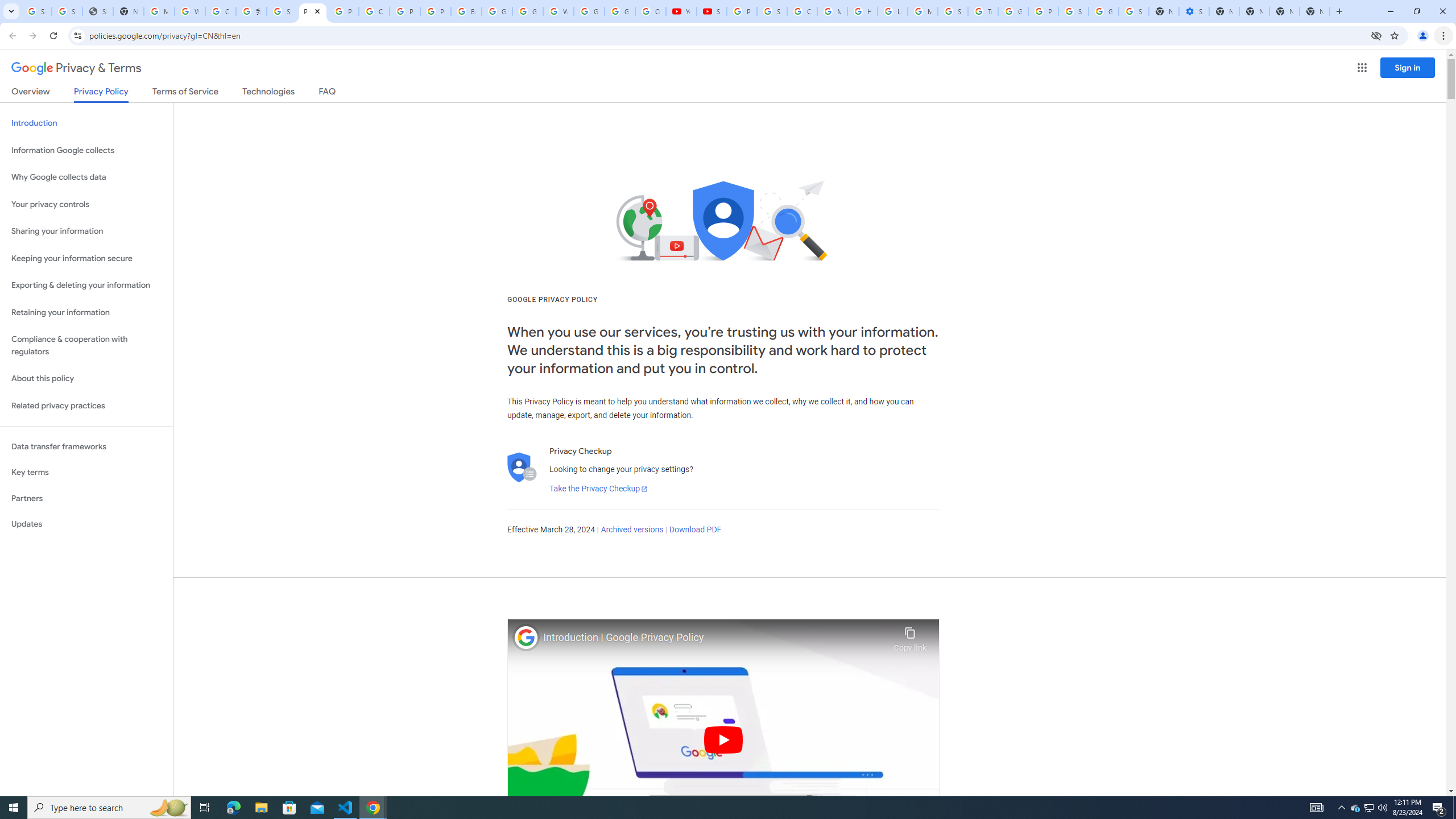 This screenshot has height=819, width=1456. I want to click on 'Search our Doodle Library Collection - Google Doodles', so click(953, 11).